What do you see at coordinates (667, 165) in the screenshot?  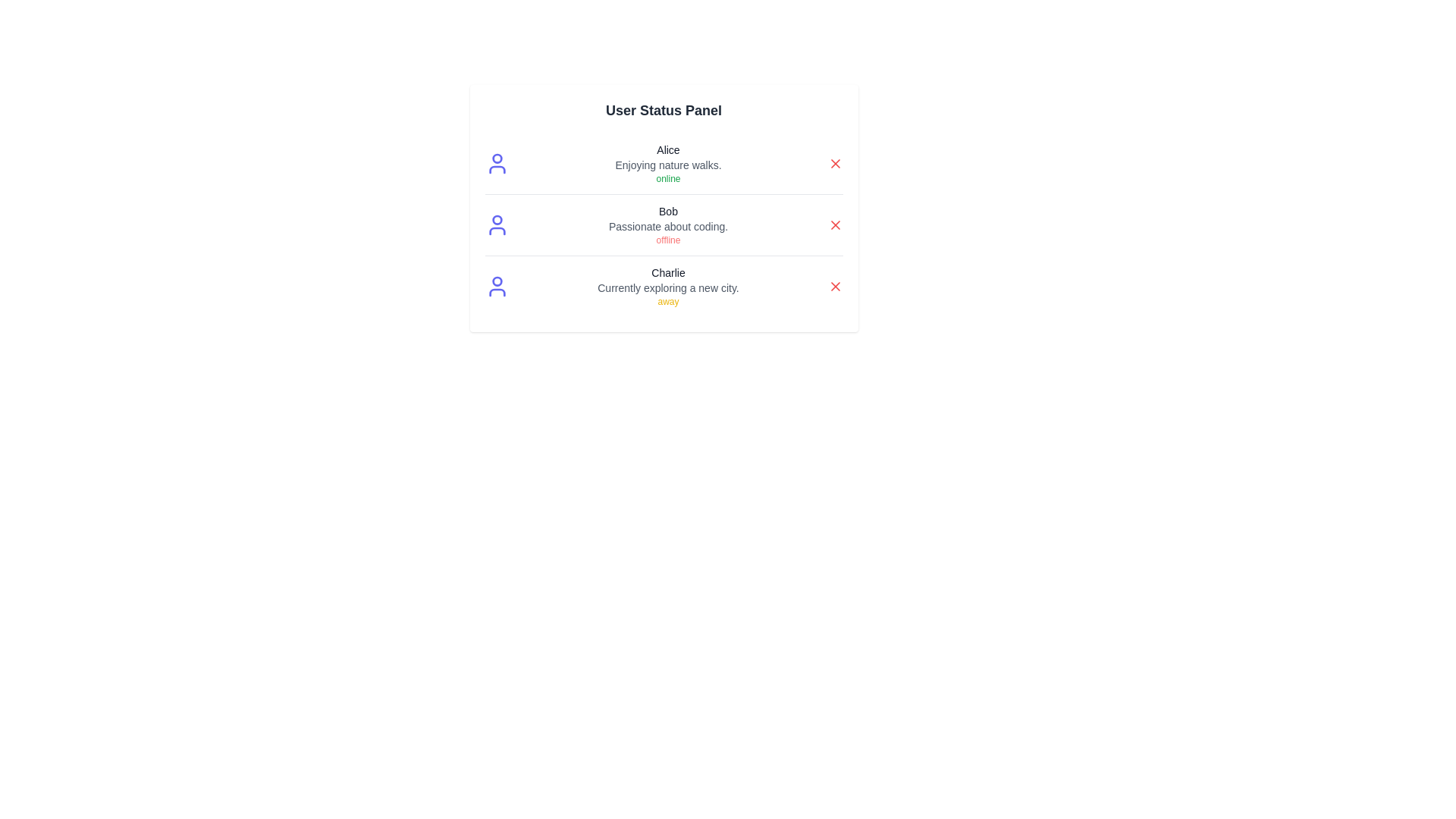 I see `the static text that represents a personal status update for the user 'Alice', located directly beneath 'Alice' and above 'online'` at bounding box center [667, 165].